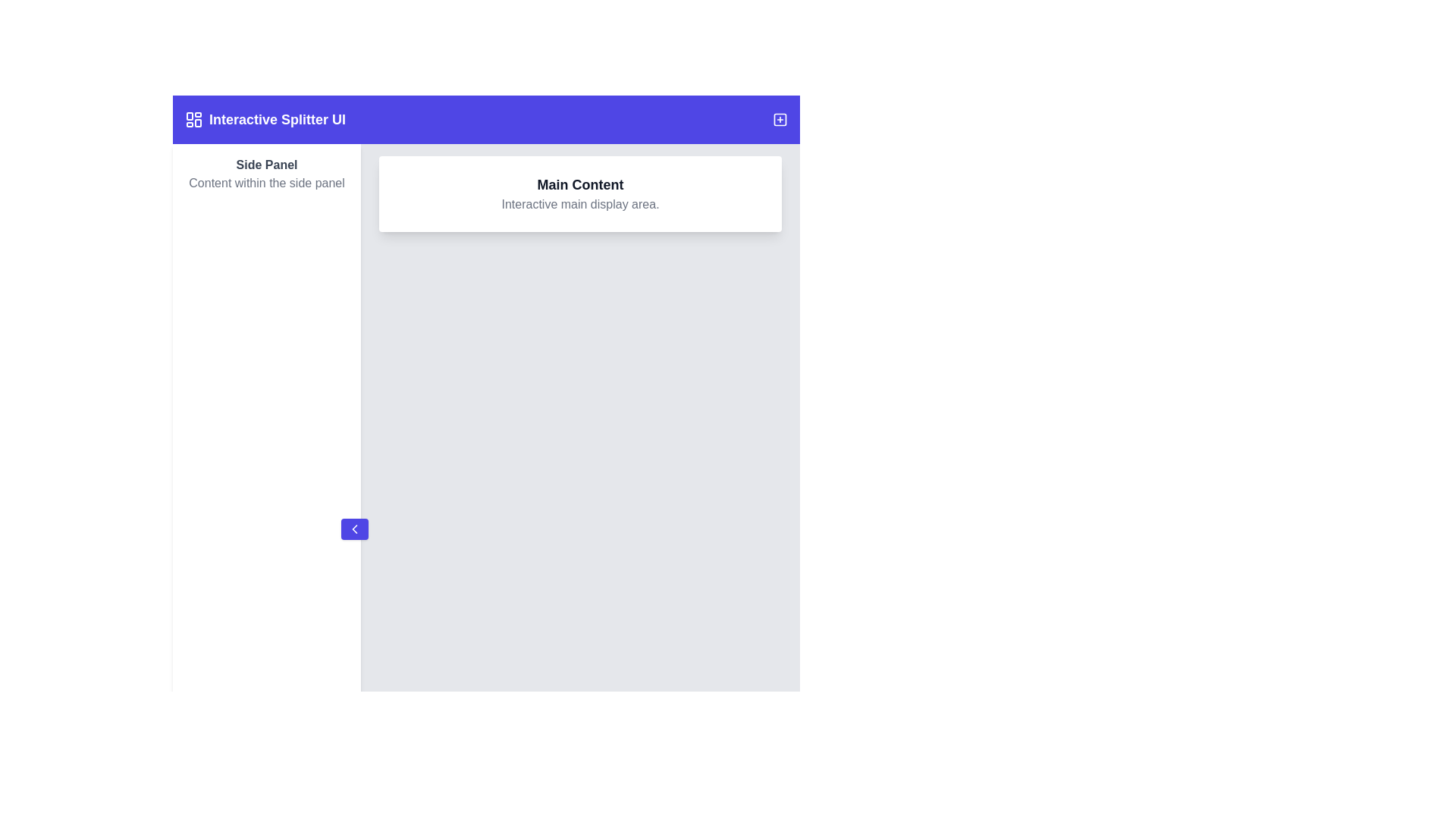  What do you see at coordinates (780, 119) in the screenshot?
I see `the SVG element that is part of an interactive icon located in the top-right corner of the page header` at bounding box center [780, 119].